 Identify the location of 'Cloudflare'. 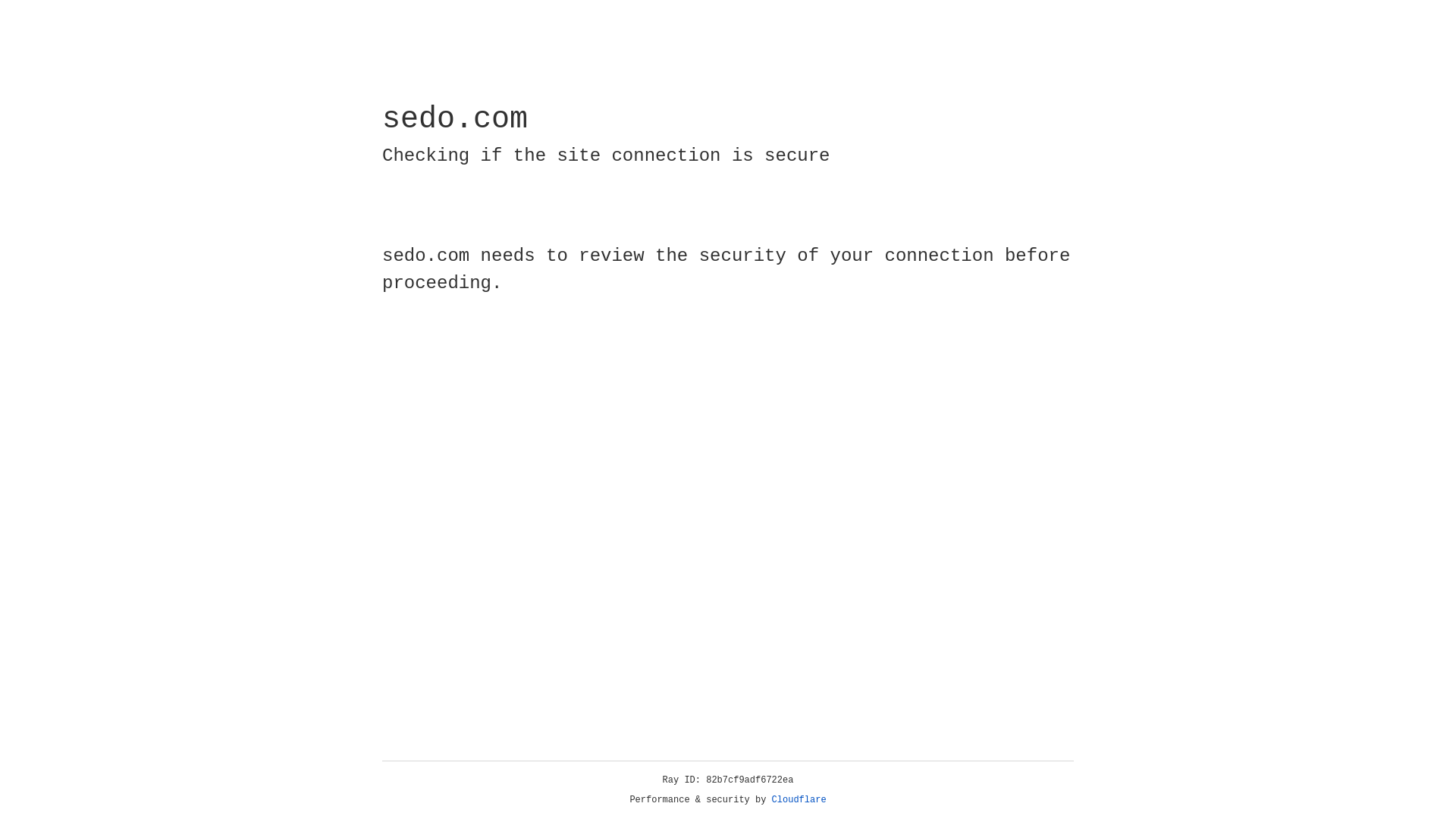
(799, 799).